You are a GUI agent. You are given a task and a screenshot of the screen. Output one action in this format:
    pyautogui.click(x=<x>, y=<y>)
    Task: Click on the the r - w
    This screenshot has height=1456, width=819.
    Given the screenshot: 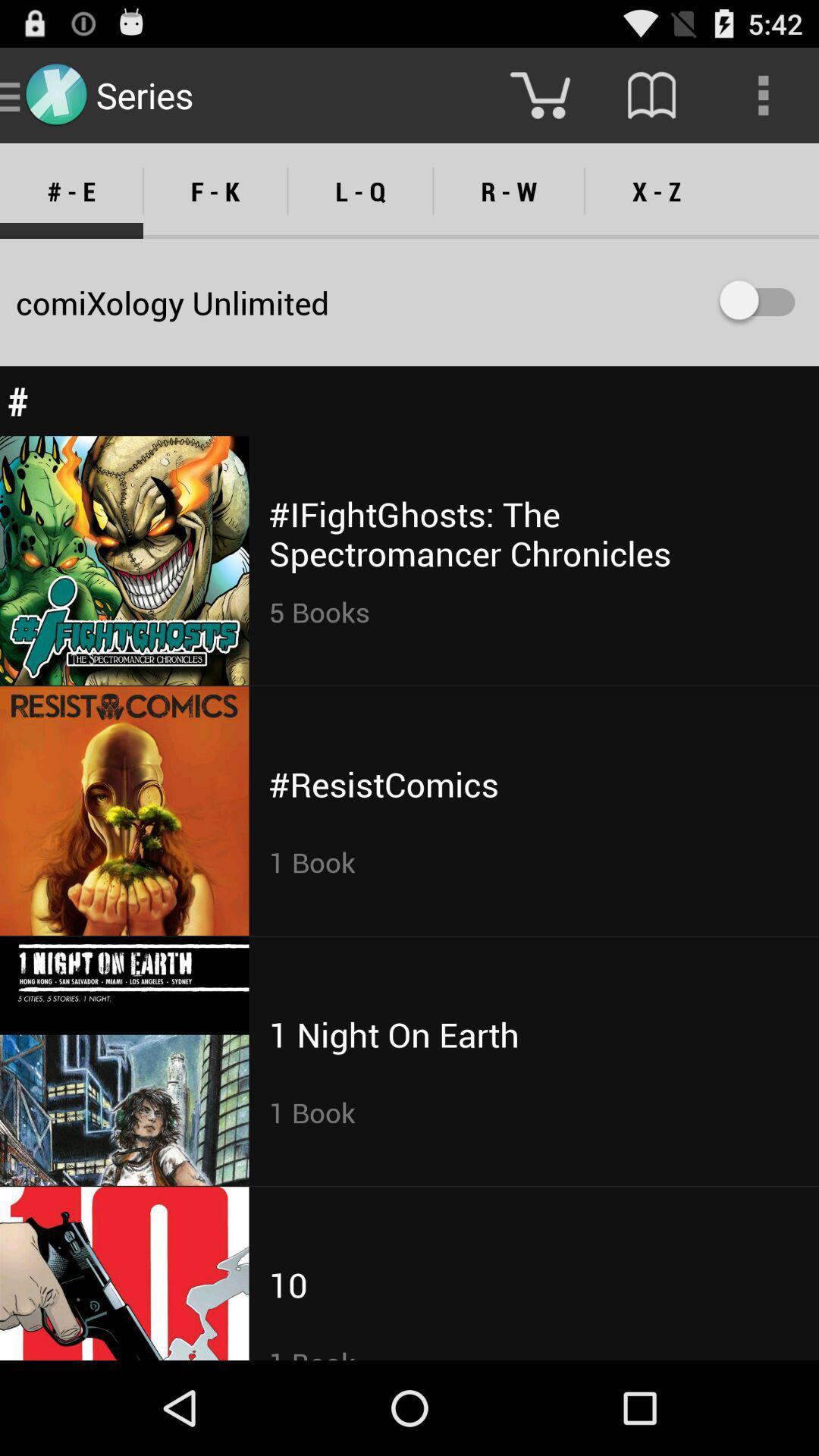 What is the action you would take?
    pyautogui.click(x=509, y=190)
    